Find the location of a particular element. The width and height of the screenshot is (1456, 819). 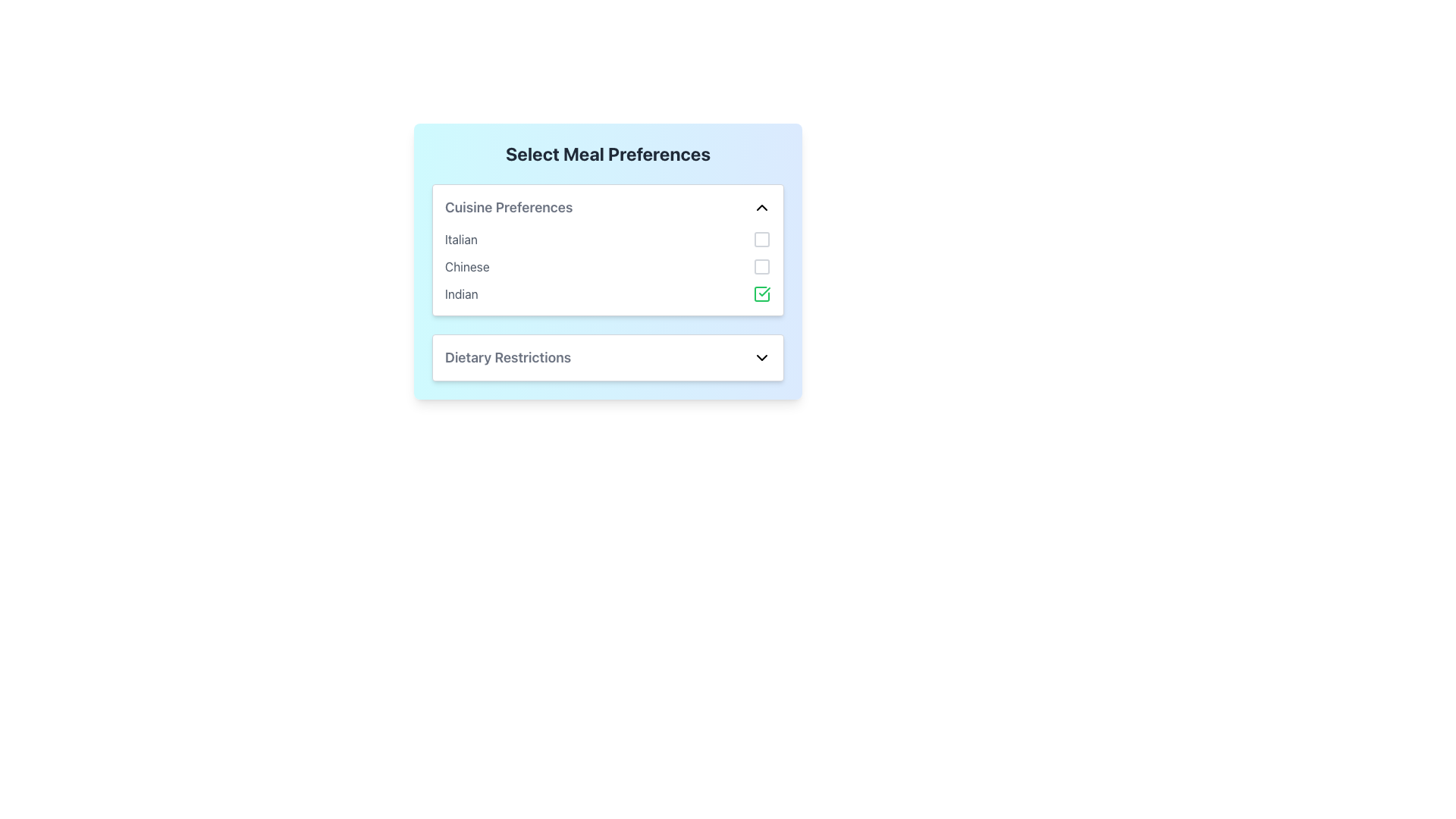

the 'Italian' text label in the cuisine preferences dropdown menu, which is the first selectable option in the list is located at coordinates (460, 239).